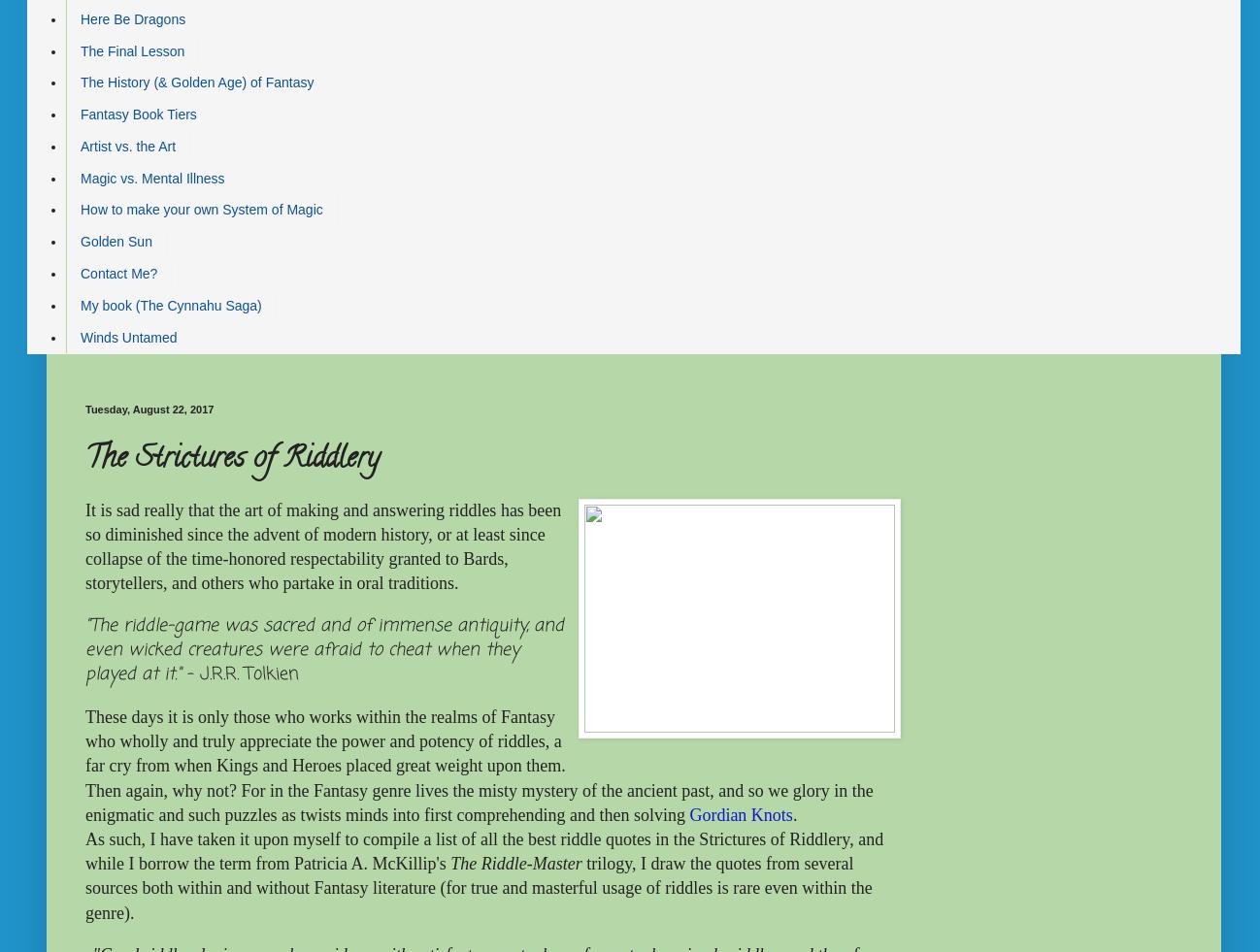 The height and width of the screenshot is (952, 1260). Describe the element at coordinates (118, 273) in the screenshot. I see `'Contact Me?'` at that location.